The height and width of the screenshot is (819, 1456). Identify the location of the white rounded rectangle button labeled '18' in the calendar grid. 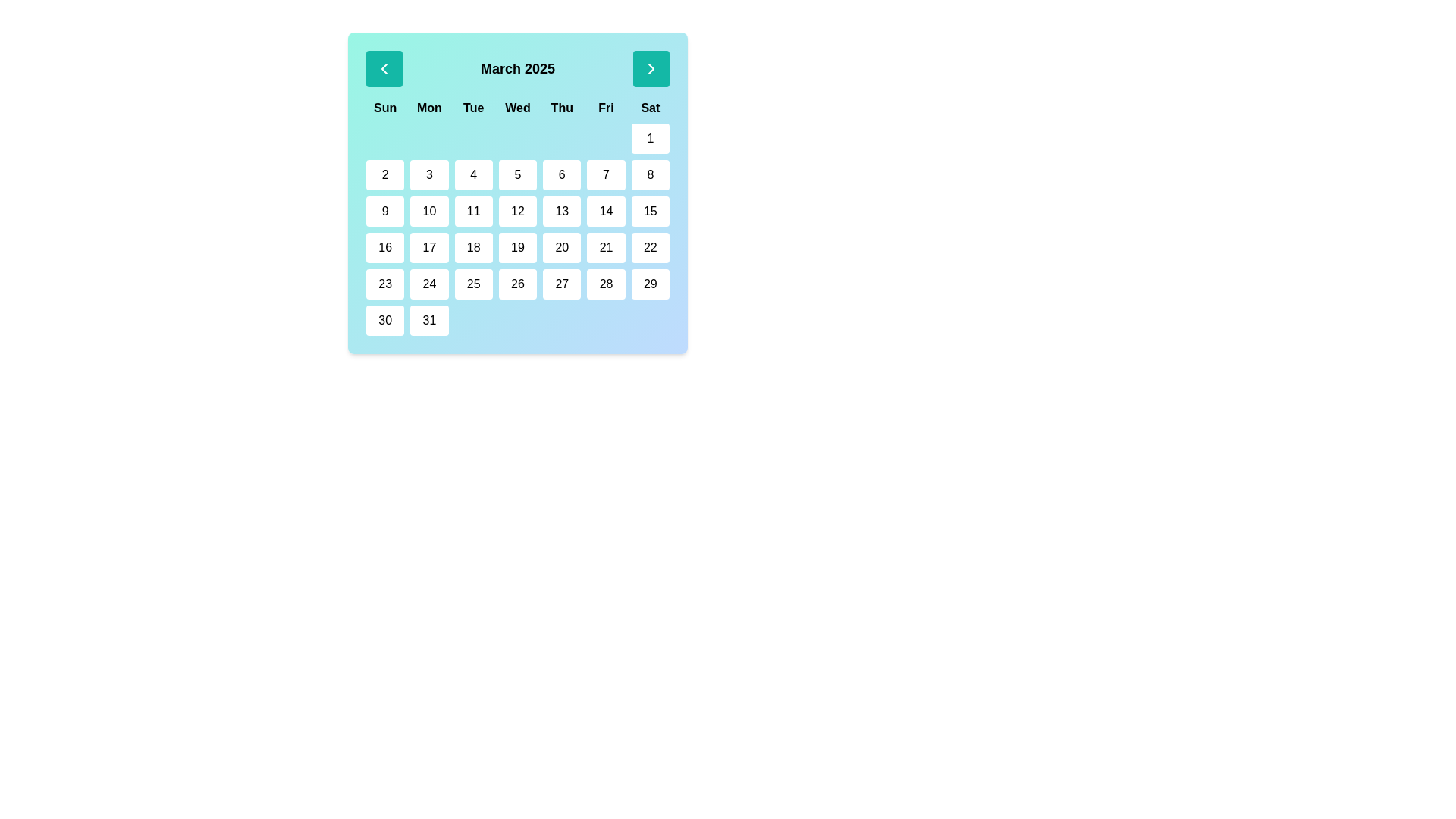
(472, 247).